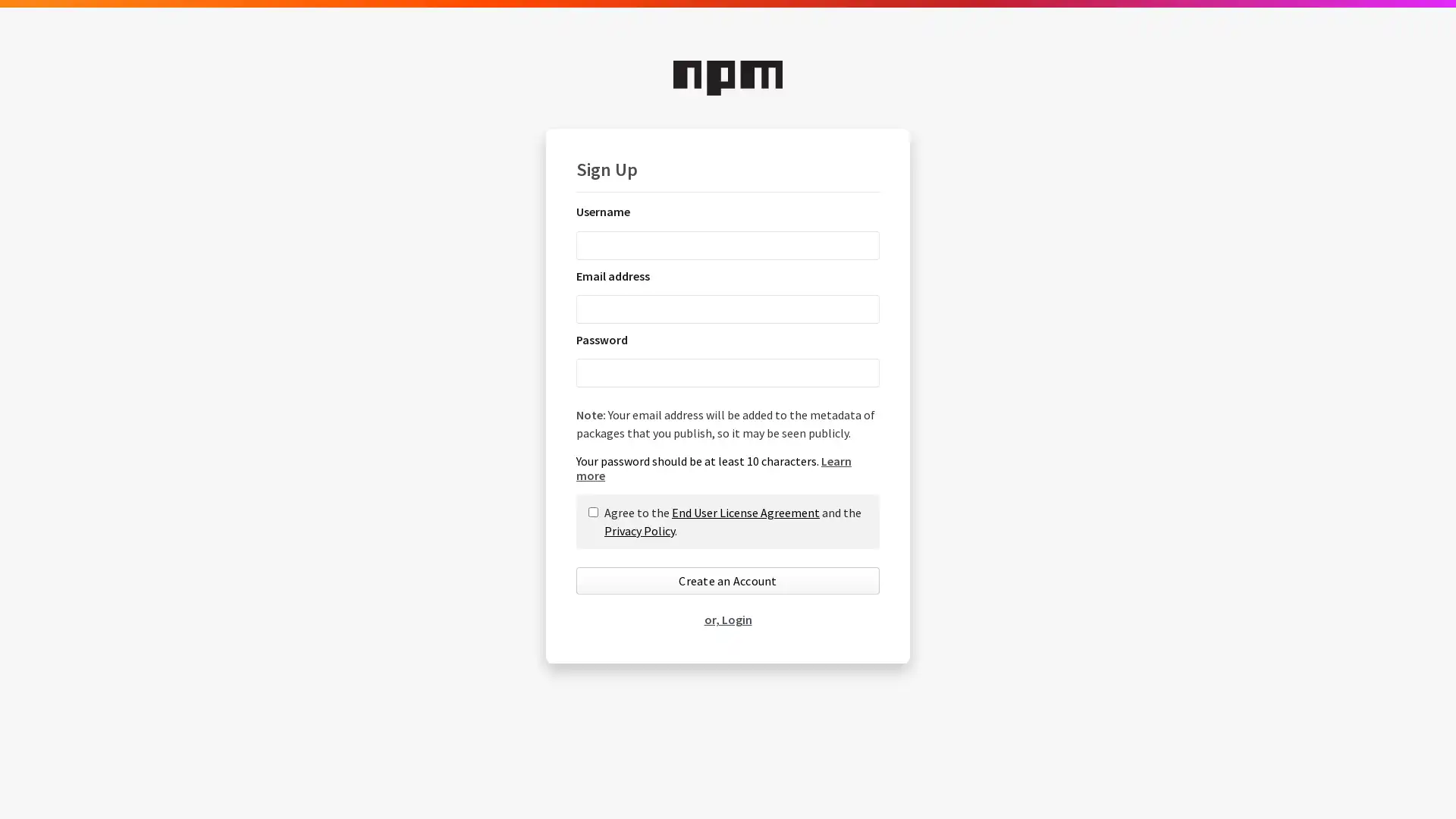 The image size is (1456, 819). Describe the element at coordinates (728, 580) in the screenshot. I see `Create an Account` at that location.